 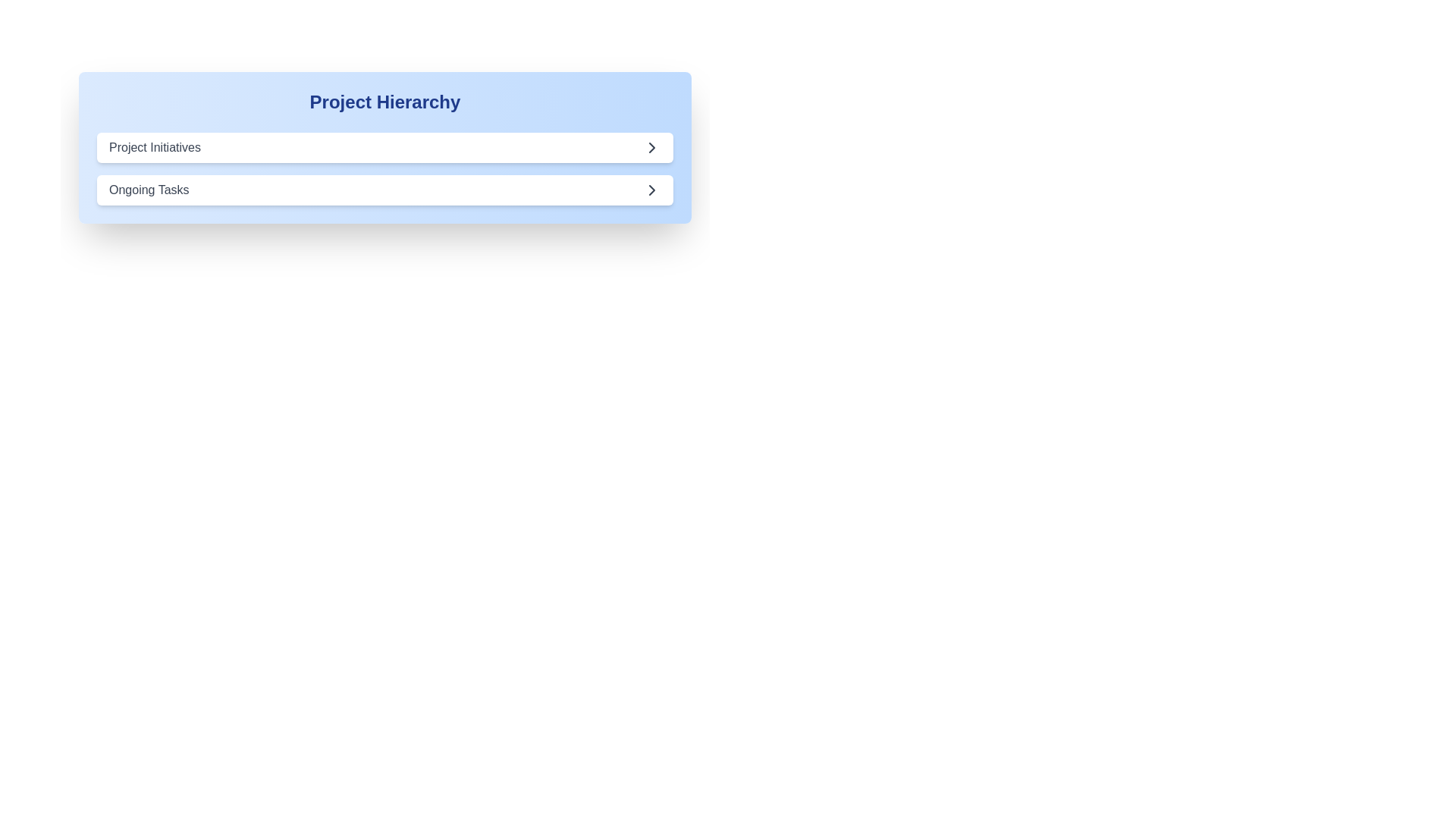 I want to click on the rightward pointing chevron arrow icon located at the right end of the top list item under 'Project Hierarchy', so click(x=651, y=148).